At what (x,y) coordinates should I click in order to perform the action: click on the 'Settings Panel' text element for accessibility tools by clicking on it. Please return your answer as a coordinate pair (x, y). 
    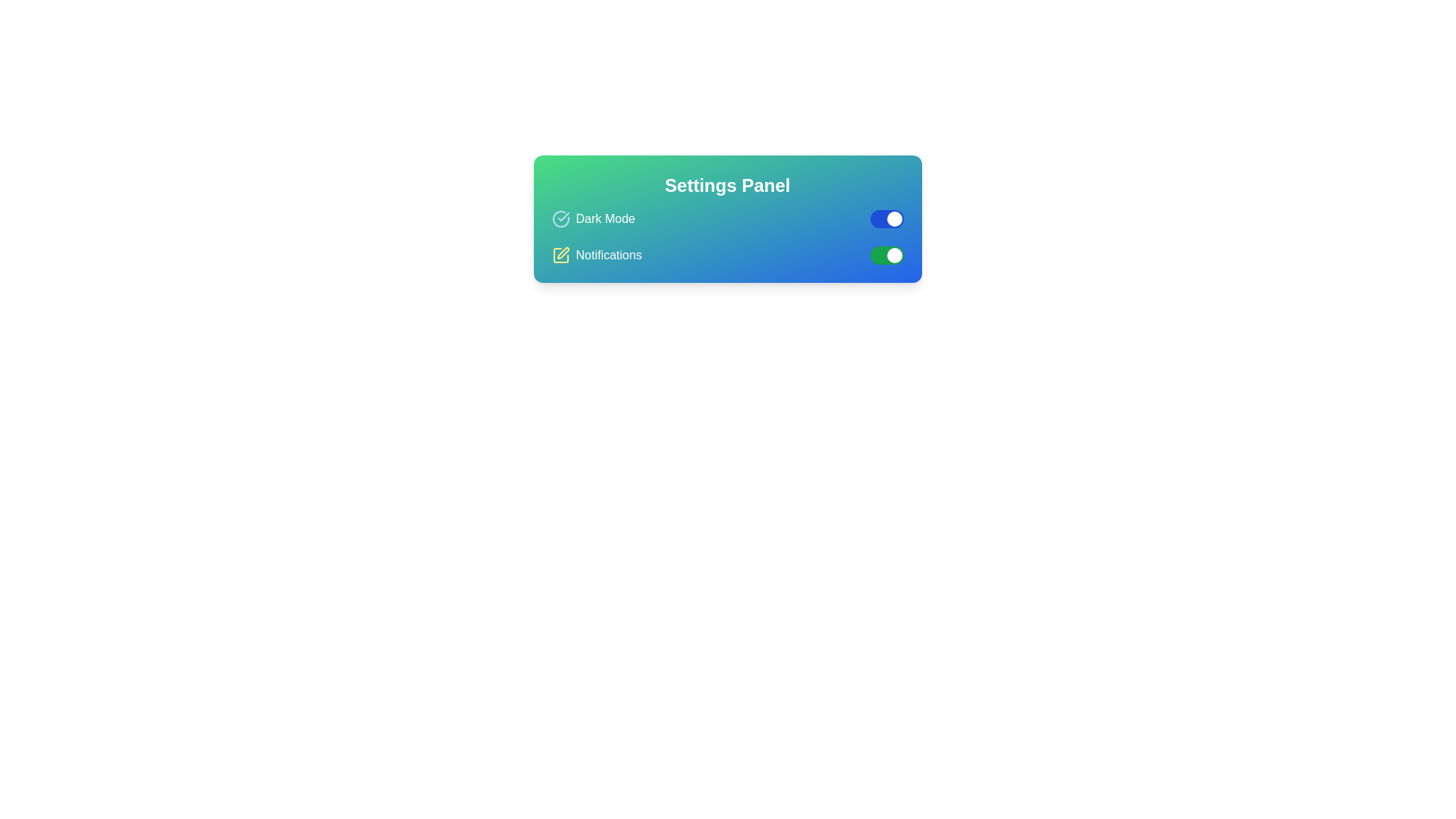
    Looking at the image, I should click on (726, 219).